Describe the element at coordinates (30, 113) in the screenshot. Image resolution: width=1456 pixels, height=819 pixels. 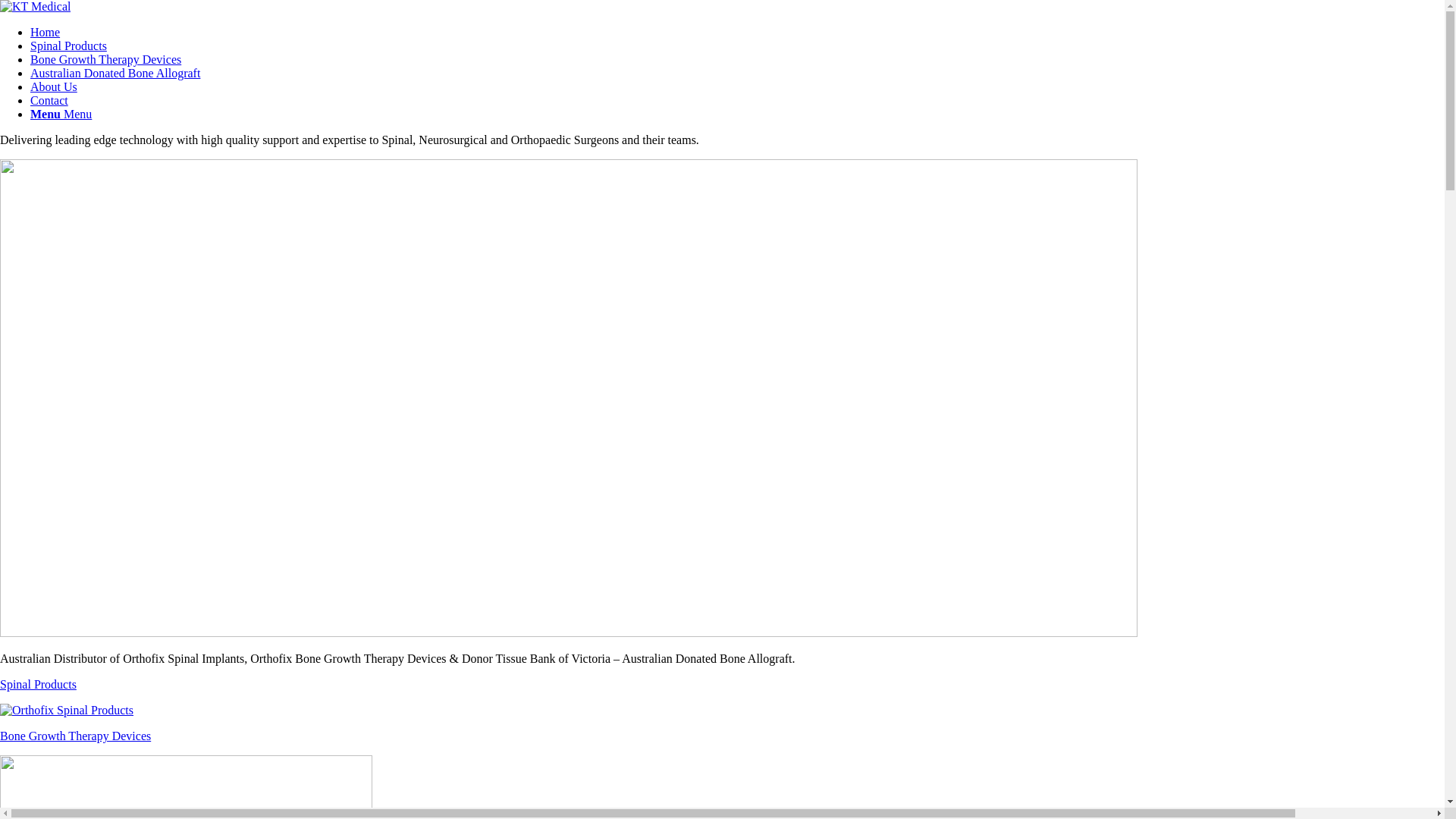
I see `'Menu Menu'` at that location.